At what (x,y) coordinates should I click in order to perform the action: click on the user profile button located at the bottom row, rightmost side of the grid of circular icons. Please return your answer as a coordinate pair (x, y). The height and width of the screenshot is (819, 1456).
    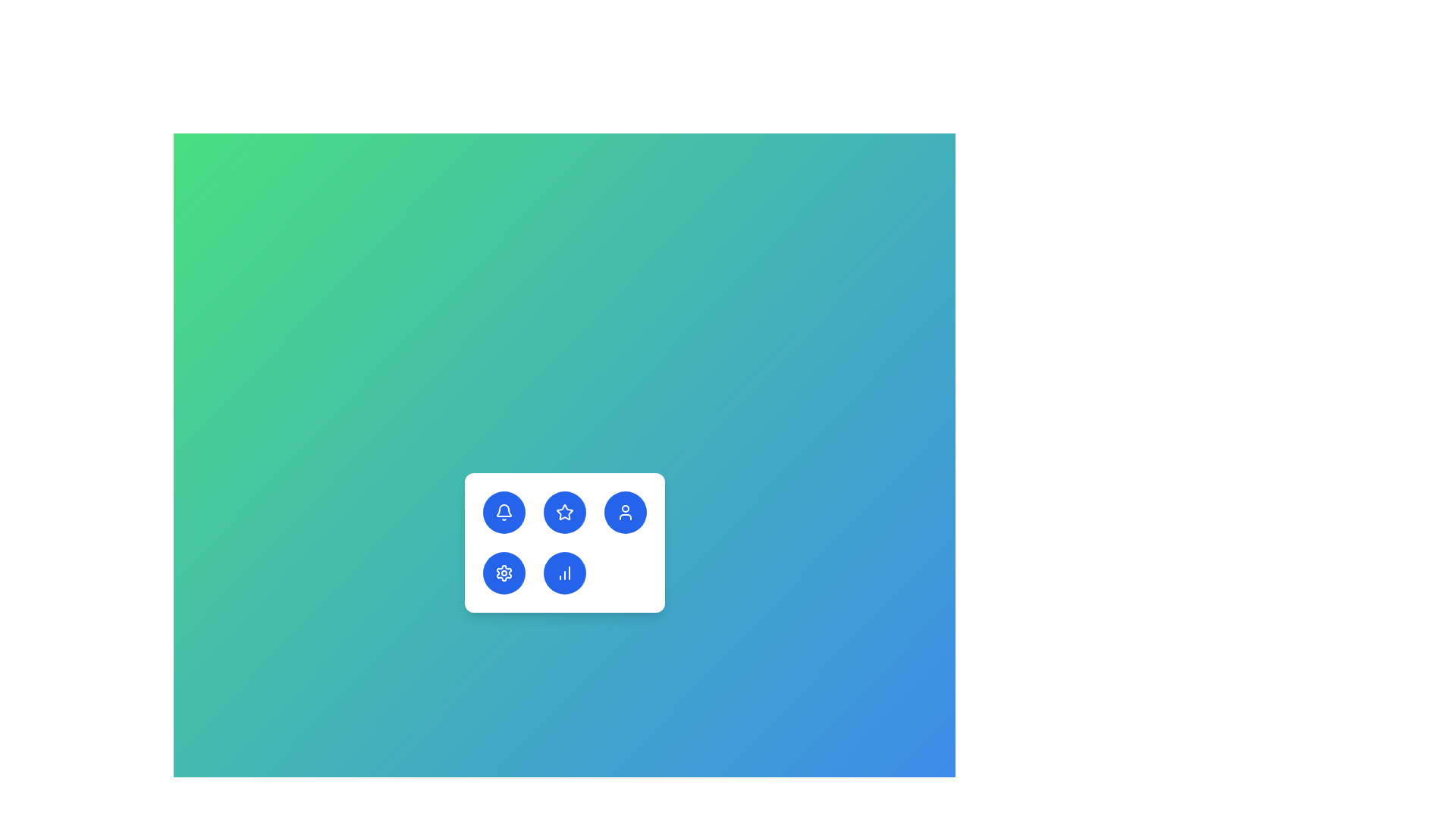
    Looking at the image, I should click on (625, 512).